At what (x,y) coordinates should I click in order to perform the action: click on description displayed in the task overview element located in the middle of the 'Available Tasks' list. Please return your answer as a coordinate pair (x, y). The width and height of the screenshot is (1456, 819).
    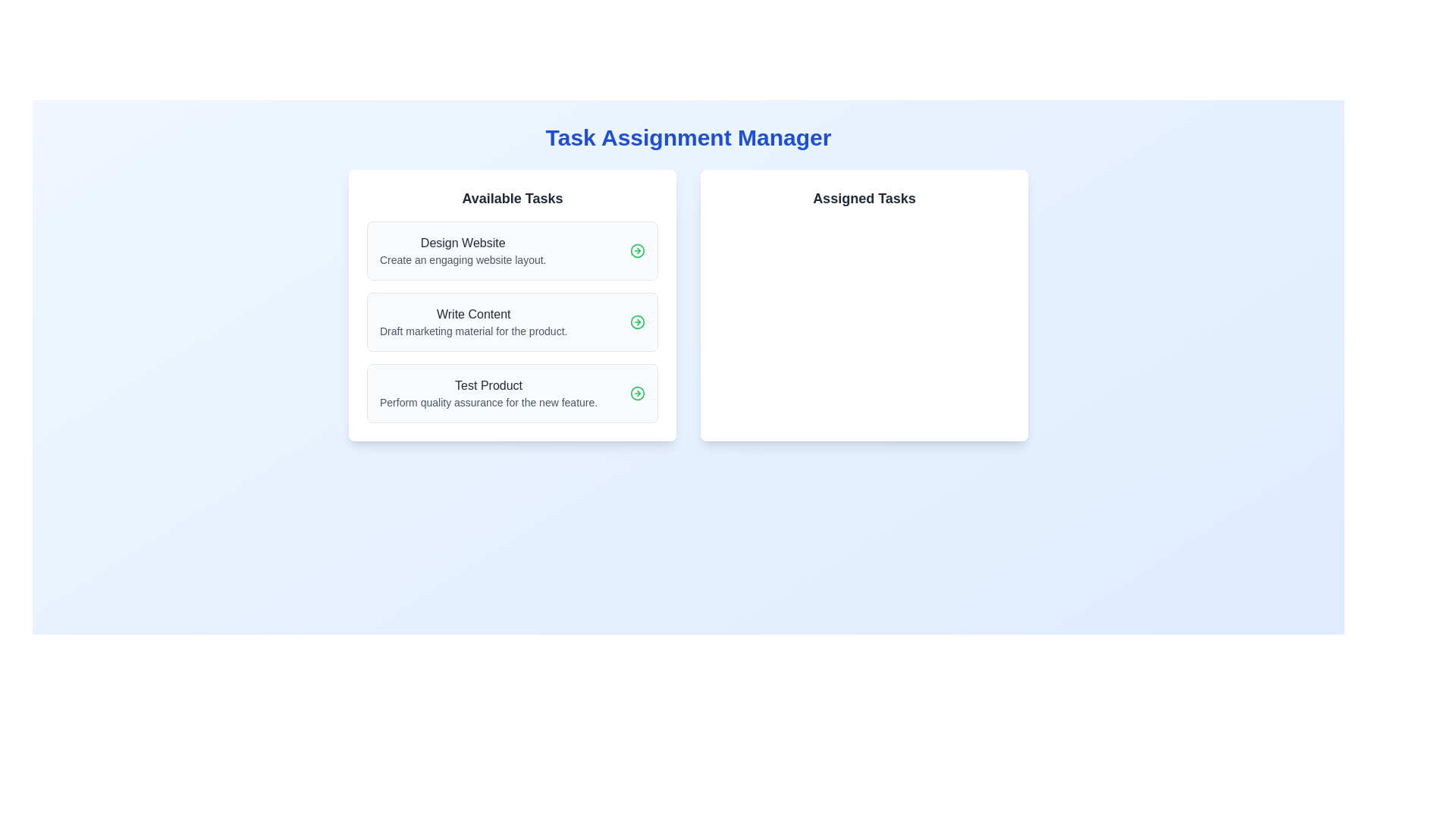
    Looking at the image, I should click on (472, 321).